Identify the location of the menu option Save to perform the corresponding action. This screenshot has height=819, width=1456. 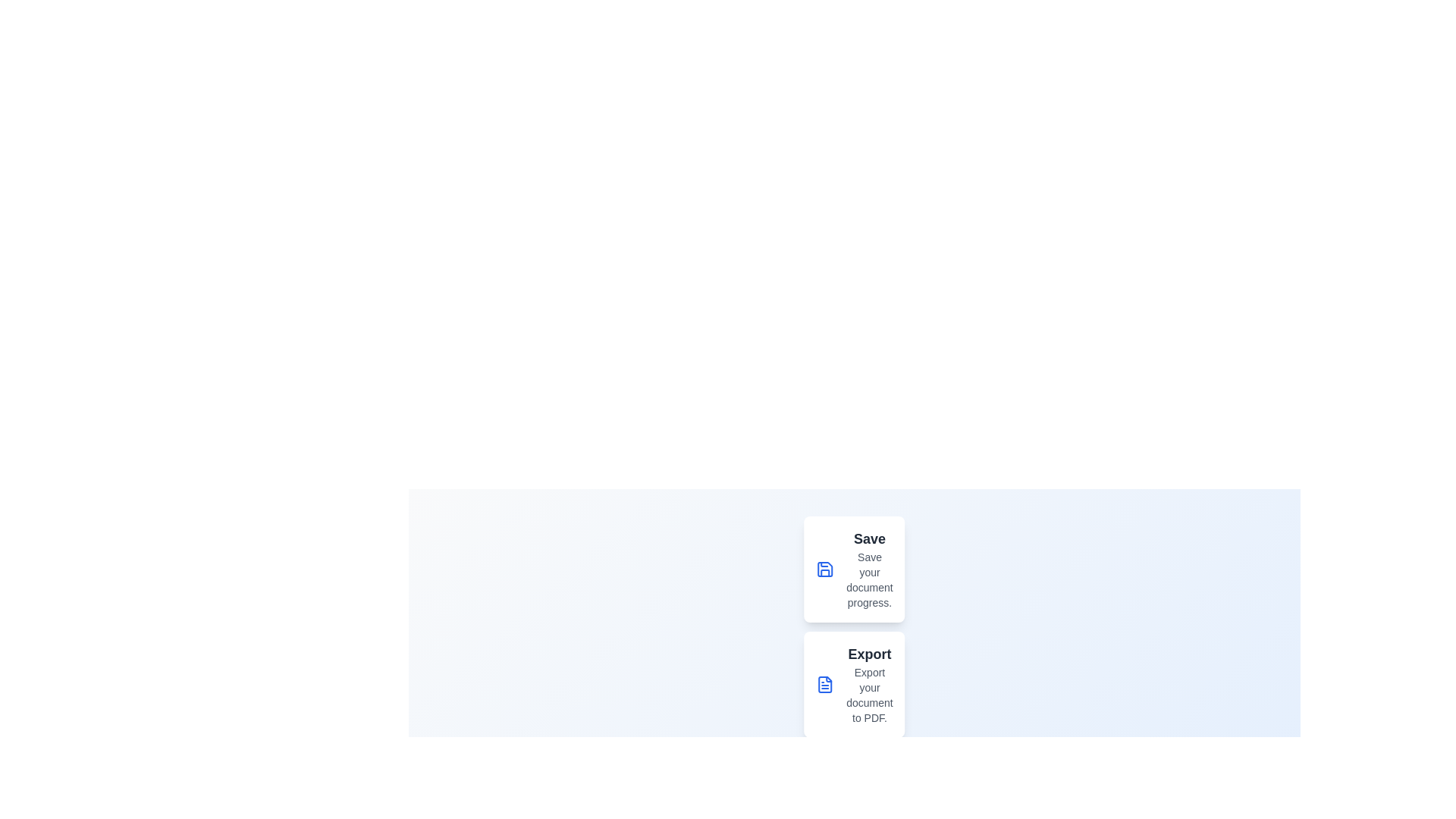
(824, 570).